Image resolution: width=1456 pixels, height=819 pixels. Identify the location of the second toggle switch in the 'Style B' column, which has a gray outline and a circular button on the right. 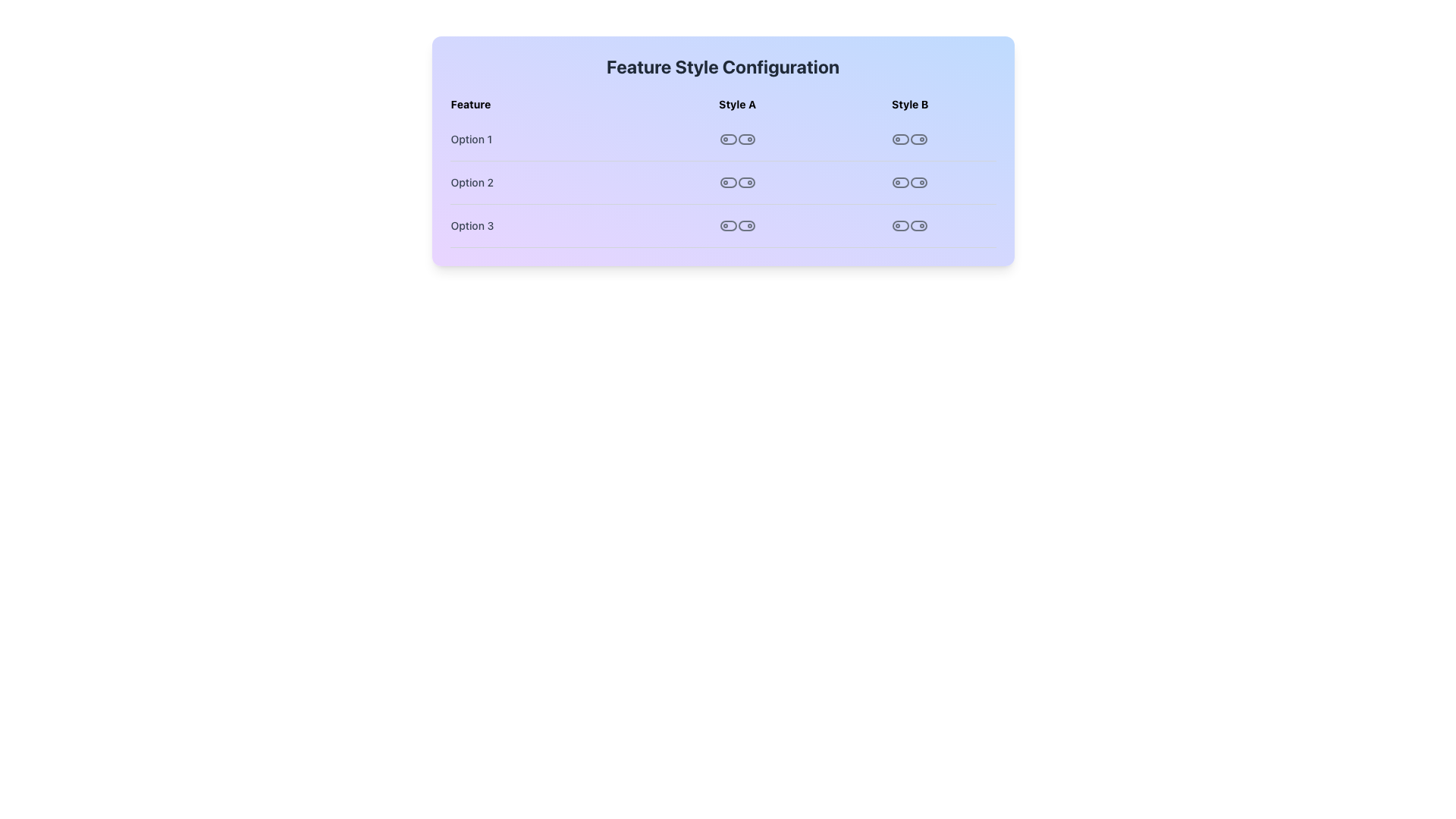
(918, 181).